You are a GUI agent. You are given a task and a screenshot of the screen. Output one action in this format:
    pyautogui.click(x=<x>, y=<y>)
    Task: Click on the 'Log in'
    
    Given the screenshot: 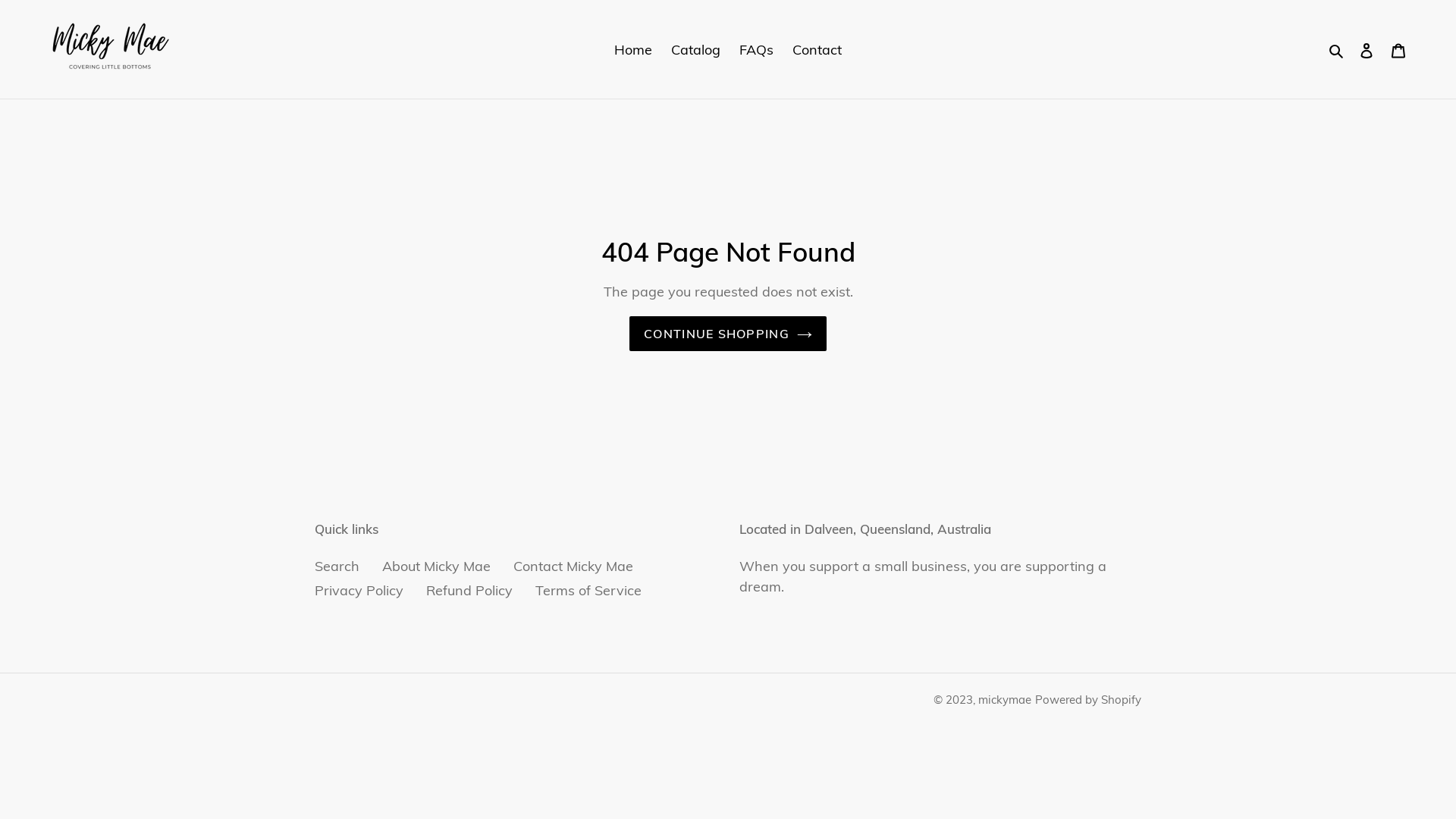 What is the action you would take?
    pyautogui.click(x=1366, y=49)
    